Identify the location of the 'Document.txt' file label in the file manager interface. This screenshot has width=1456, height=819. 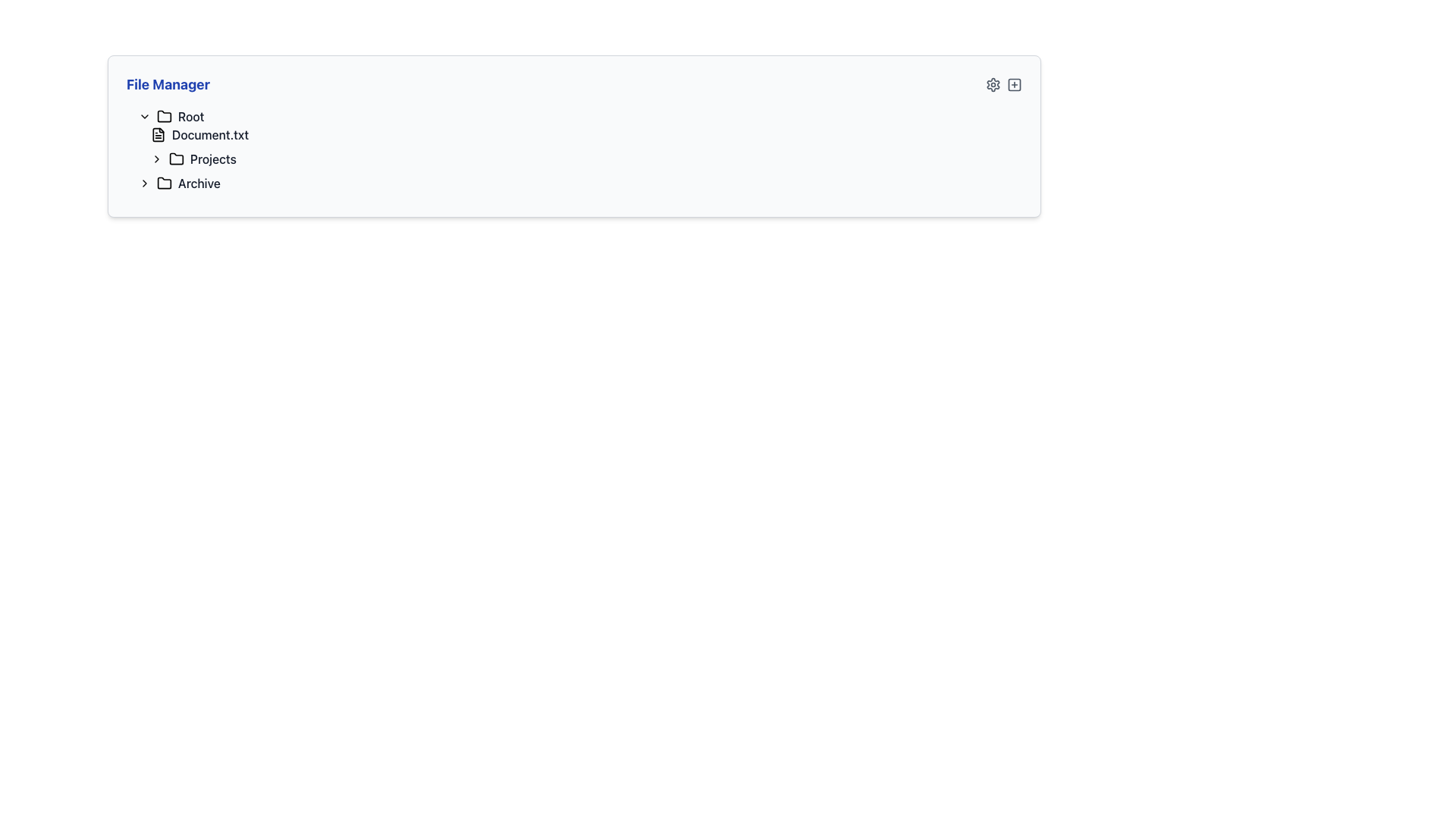
(209, 133).